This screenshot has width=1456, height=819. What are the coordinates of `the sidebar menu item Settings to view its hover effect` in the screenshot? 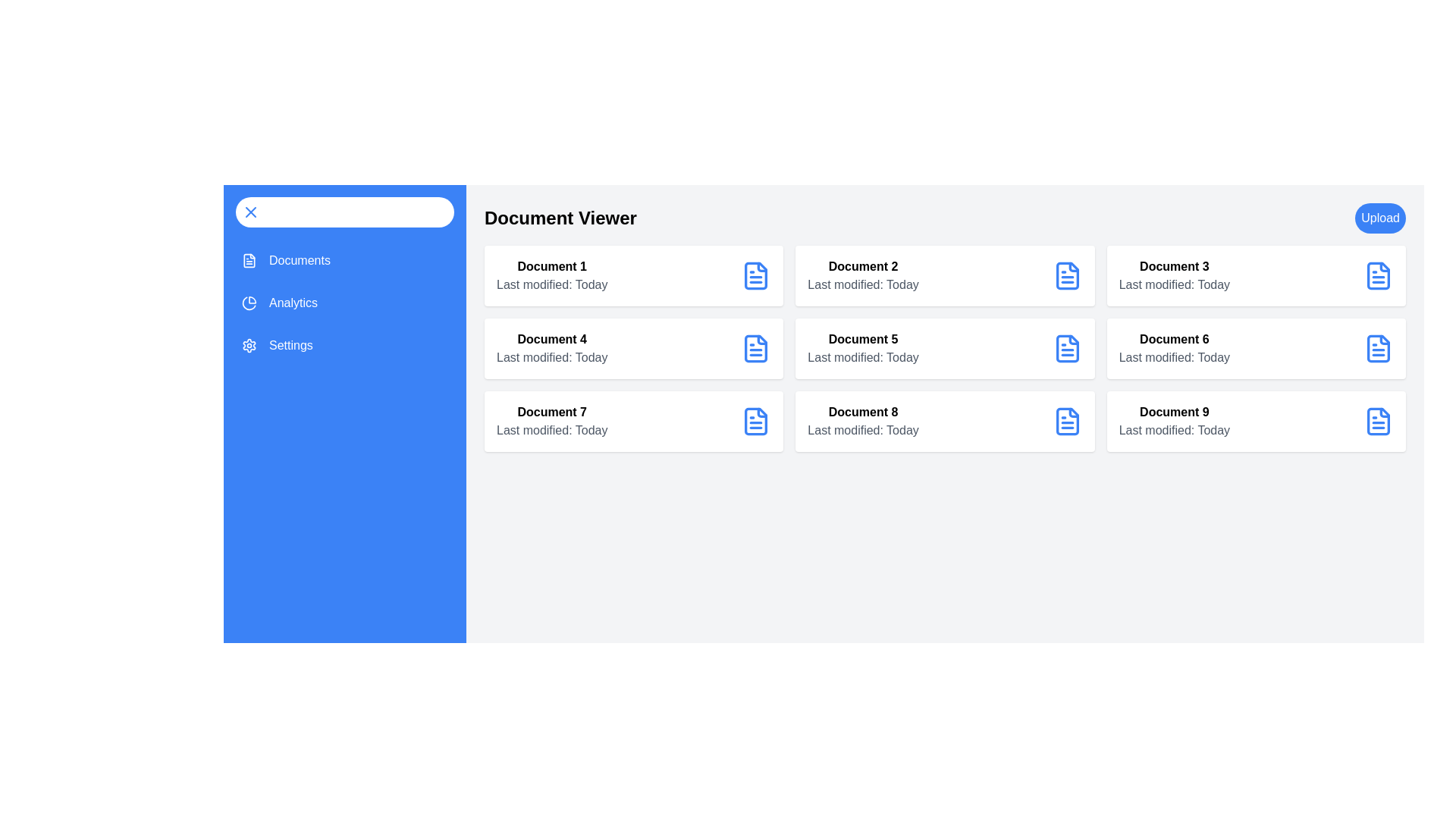 It's located at (344, 345).